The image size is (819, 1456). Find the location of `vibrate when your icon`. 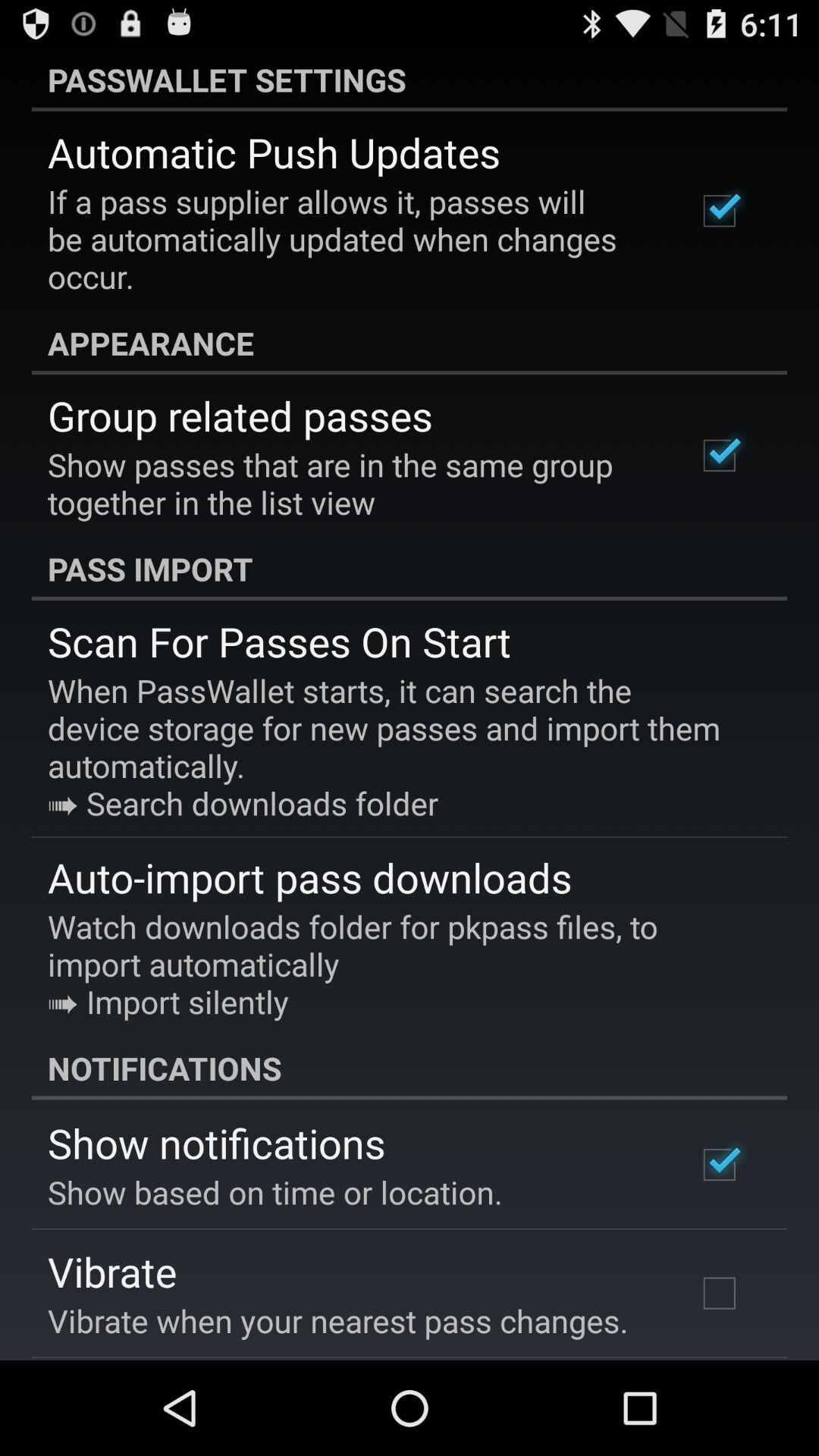

vibrate when your icon is located at coordinates (337, 1319).